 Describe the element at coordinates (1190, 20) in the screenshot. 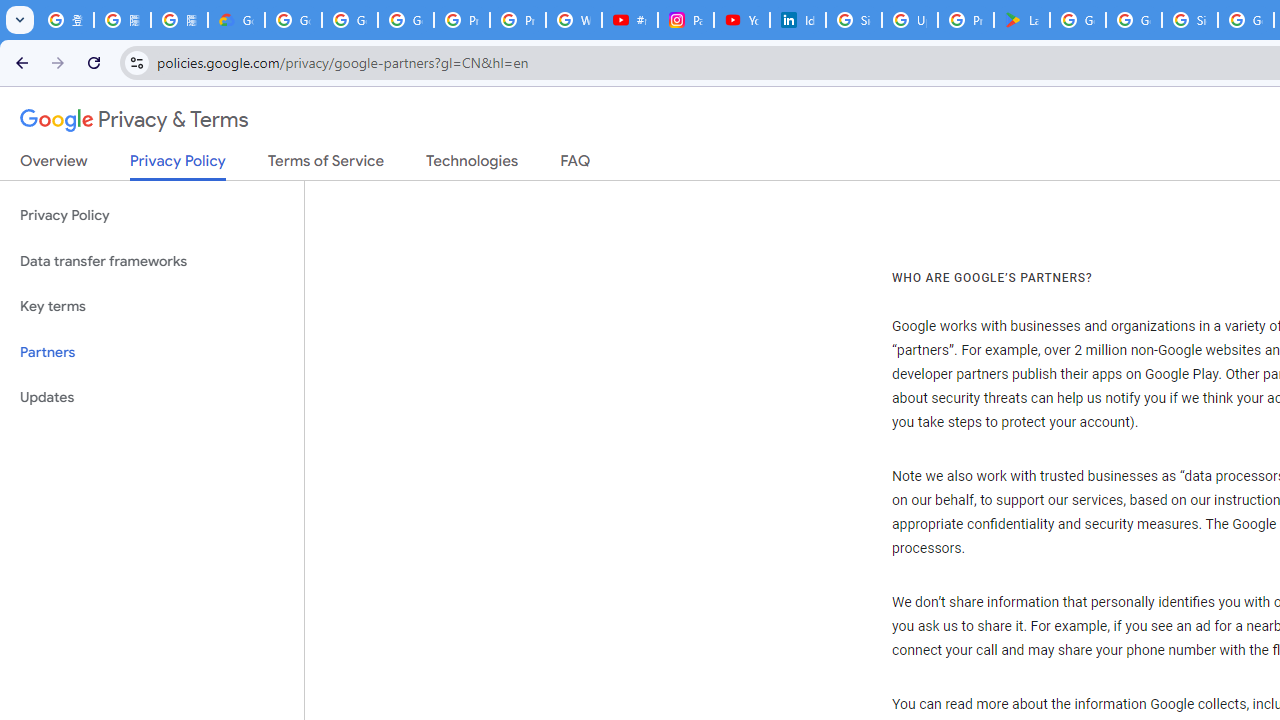

I see `'Sign in - Google Accounts'` at that location.